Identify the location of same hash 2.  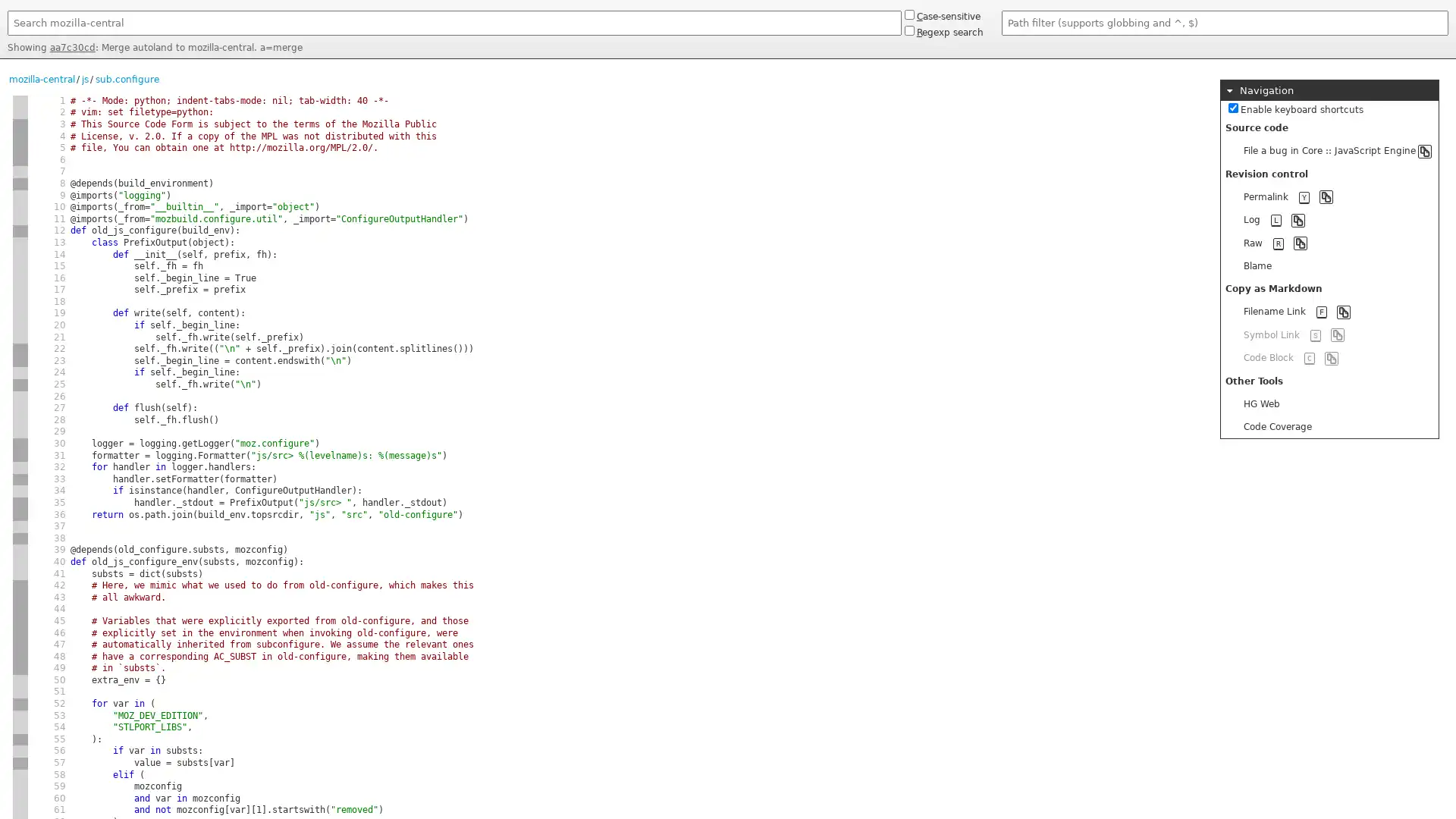
(20, 160).